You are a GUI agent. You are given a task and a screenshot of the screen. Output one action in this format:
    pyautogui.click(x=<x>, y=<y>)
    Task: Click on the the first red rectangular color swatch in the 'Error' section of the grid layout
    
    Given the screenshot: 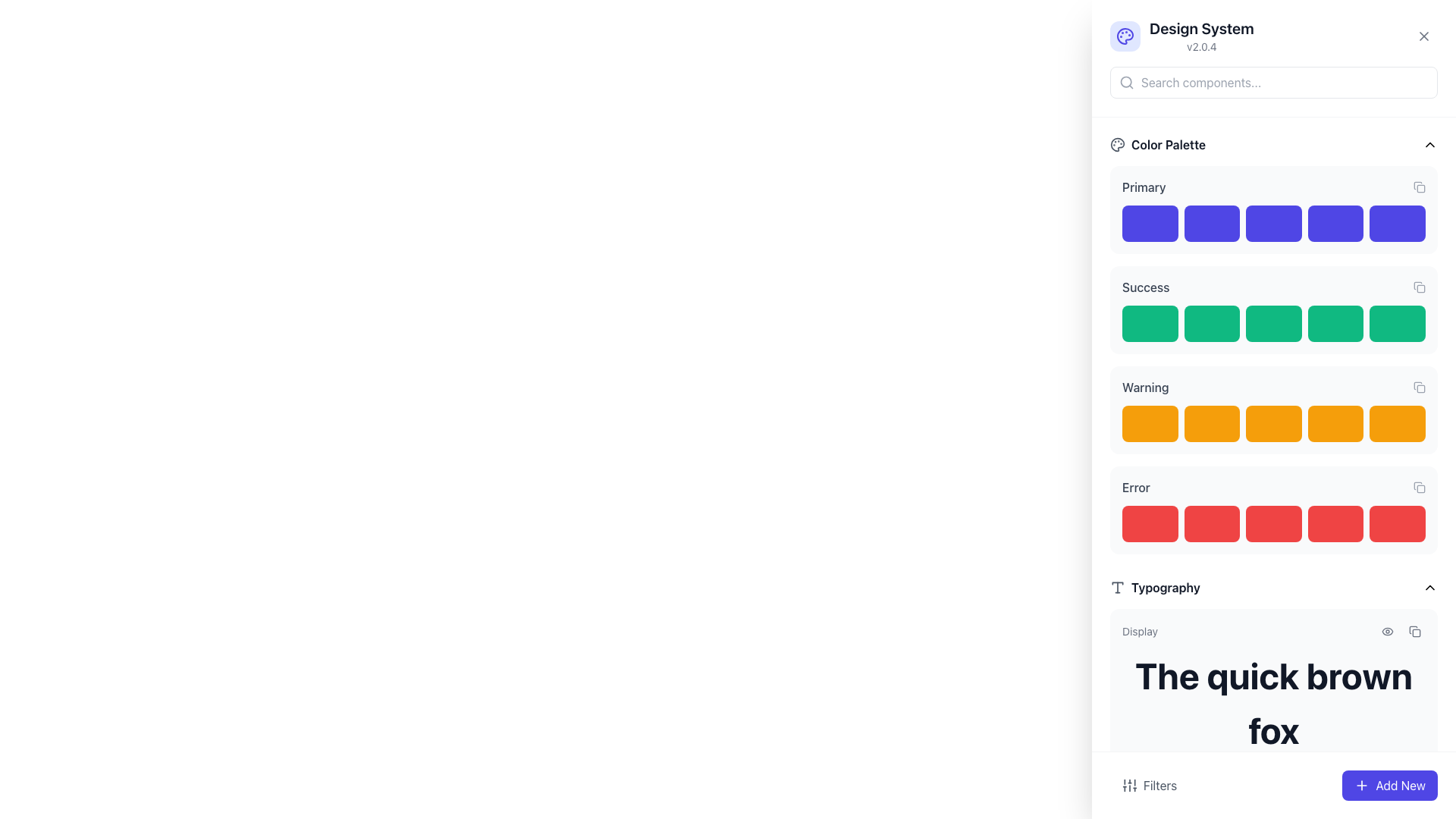 What is the action you would take?
    pyautogui.click(x=1150, y=522)
    